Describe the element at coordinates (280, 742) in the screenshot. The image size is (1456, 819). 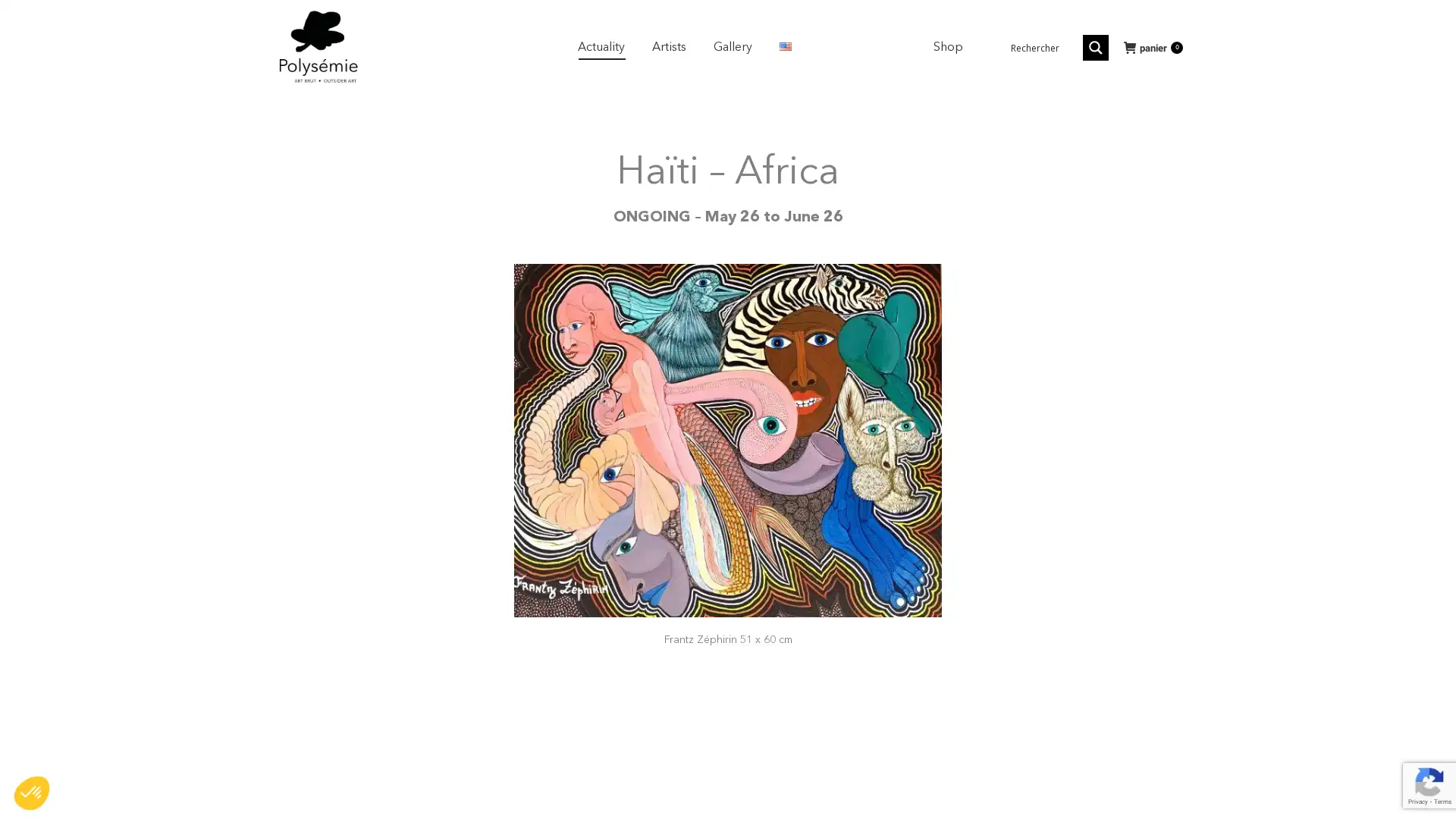
I see `OK pour moi` at that location.